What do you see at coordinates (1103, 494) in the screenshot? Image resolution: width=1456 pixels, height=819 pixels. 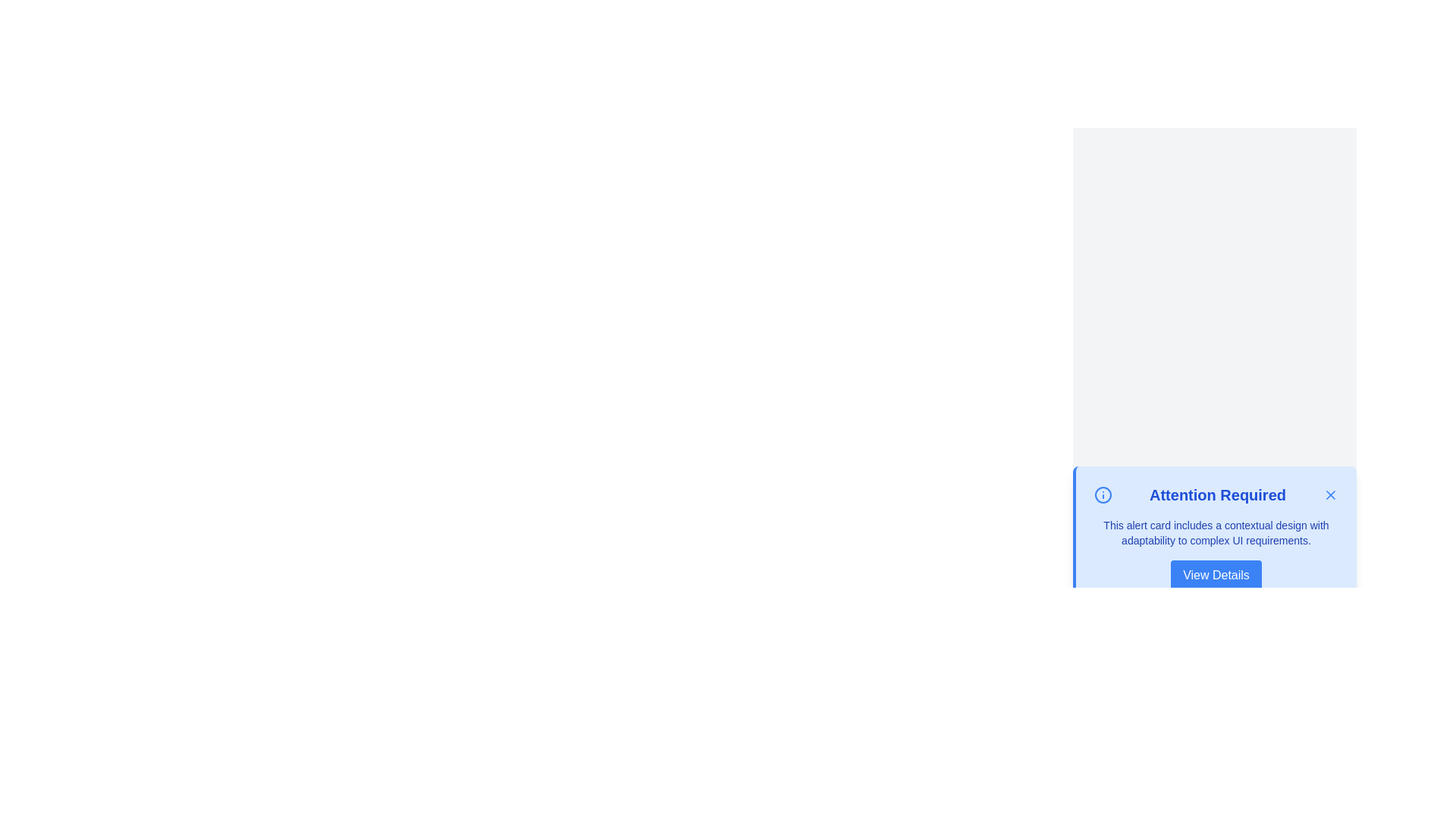 I see `the blue circular SVG element with a white interior and defined border, located adjacent to the 'Attention Required' text in the alert card` at bounding box center [1103, 494].